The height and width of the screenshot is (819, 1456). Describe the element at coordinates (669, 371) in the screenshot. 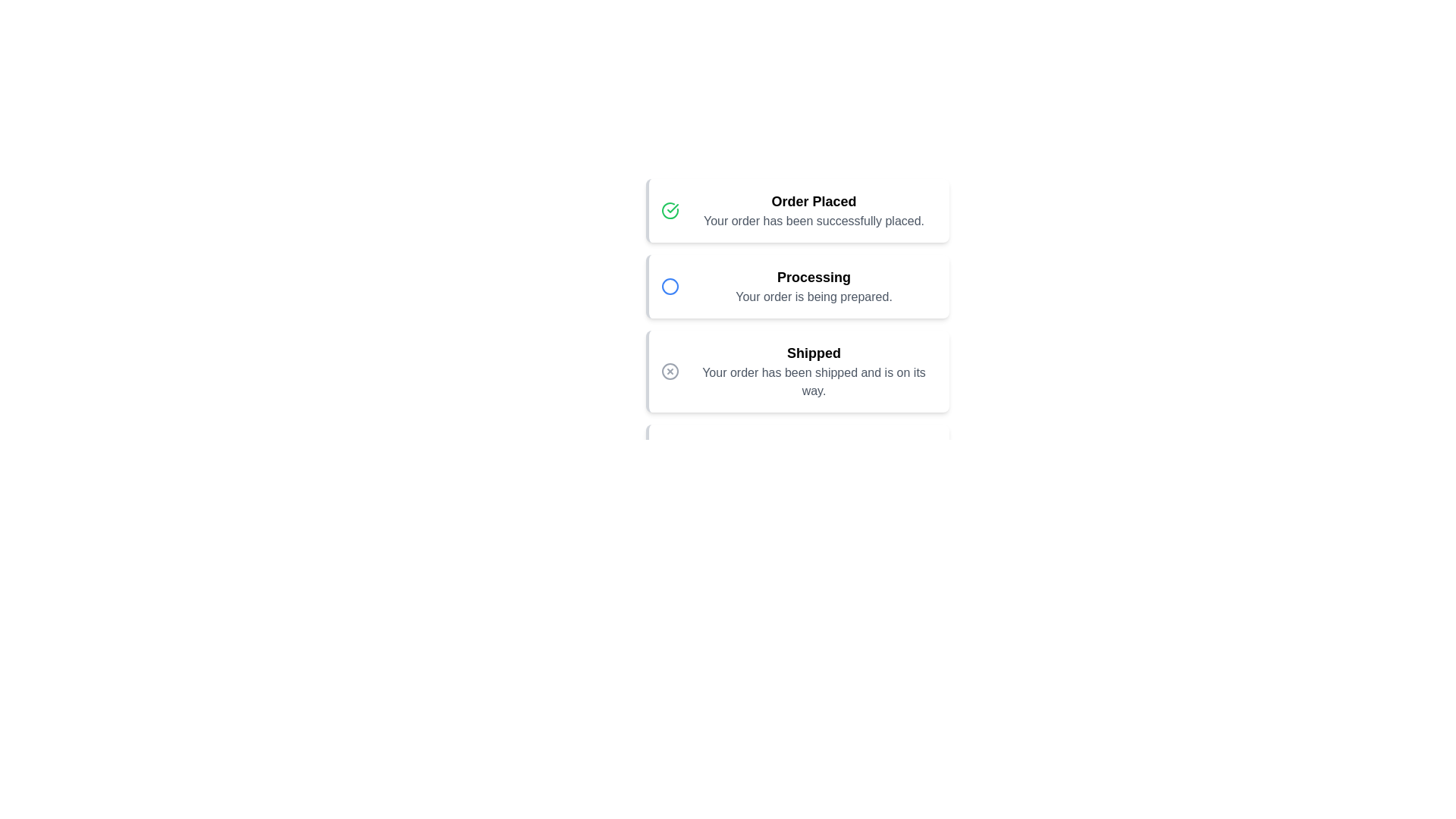

I see `the status icon of the step with title Shipped` at that location.